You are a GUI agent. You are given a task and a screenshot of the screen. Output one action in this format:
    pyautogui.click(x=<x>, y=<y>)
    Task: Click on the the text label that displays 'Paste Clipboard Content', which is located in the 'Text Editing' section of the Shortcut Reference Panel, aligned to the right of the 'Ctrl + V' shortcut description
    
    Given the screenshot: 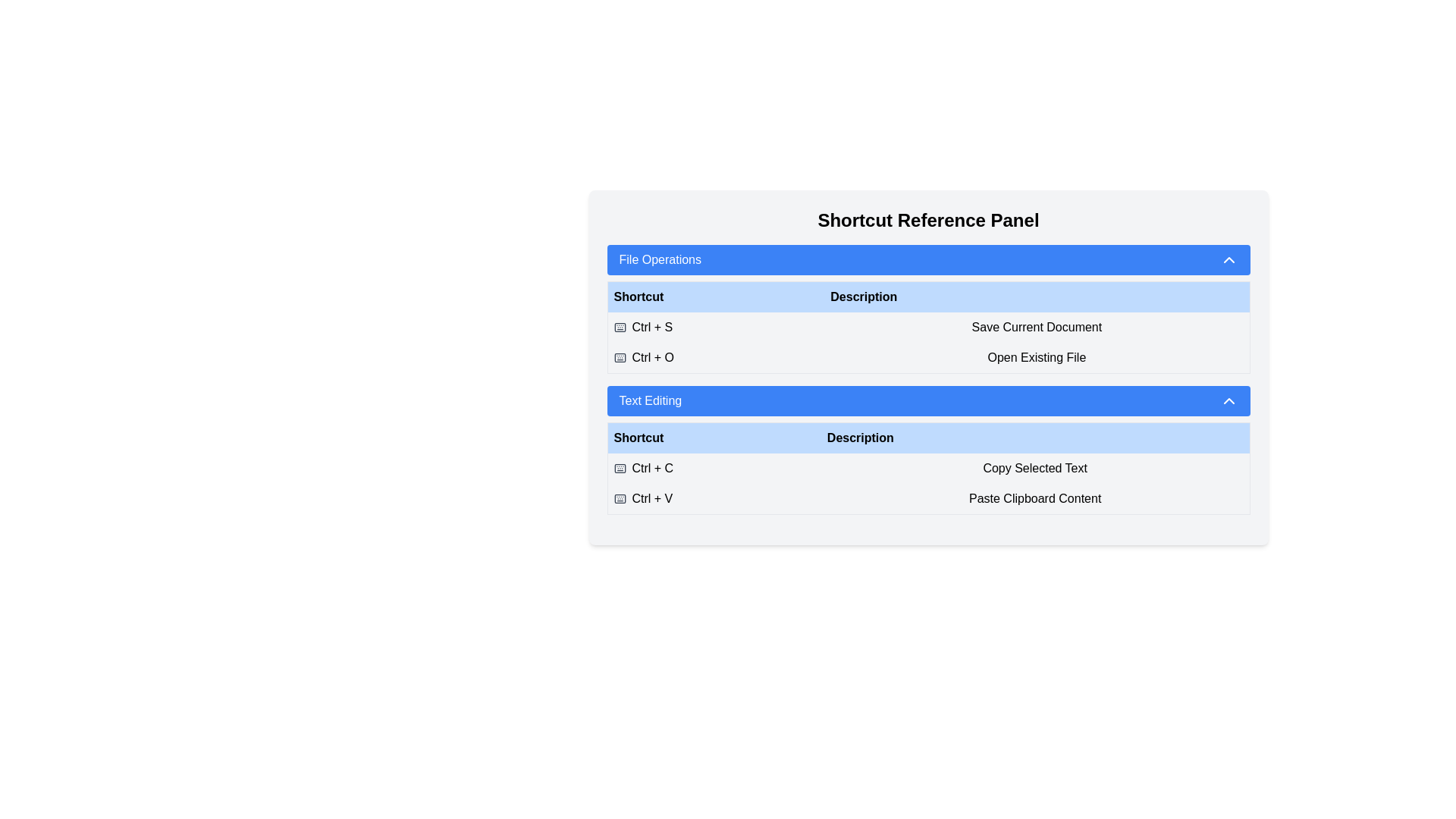 What is the action you would take?
    pyautogui.click(x=1034, y=499)
    